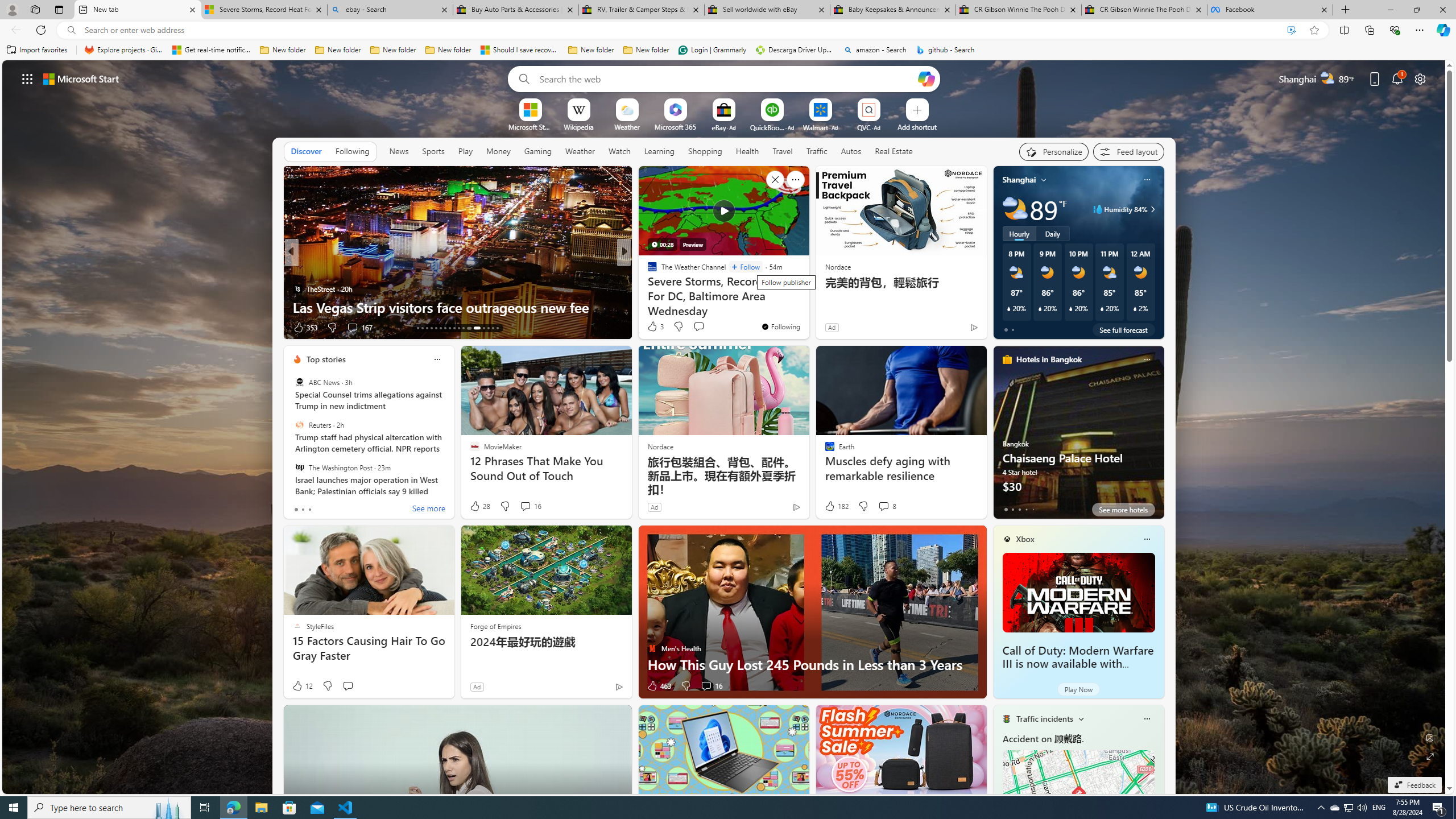  Describe the element at coordinates (1053, 152) in the screenshot. I see `'Personalize your feed"'` at that location.